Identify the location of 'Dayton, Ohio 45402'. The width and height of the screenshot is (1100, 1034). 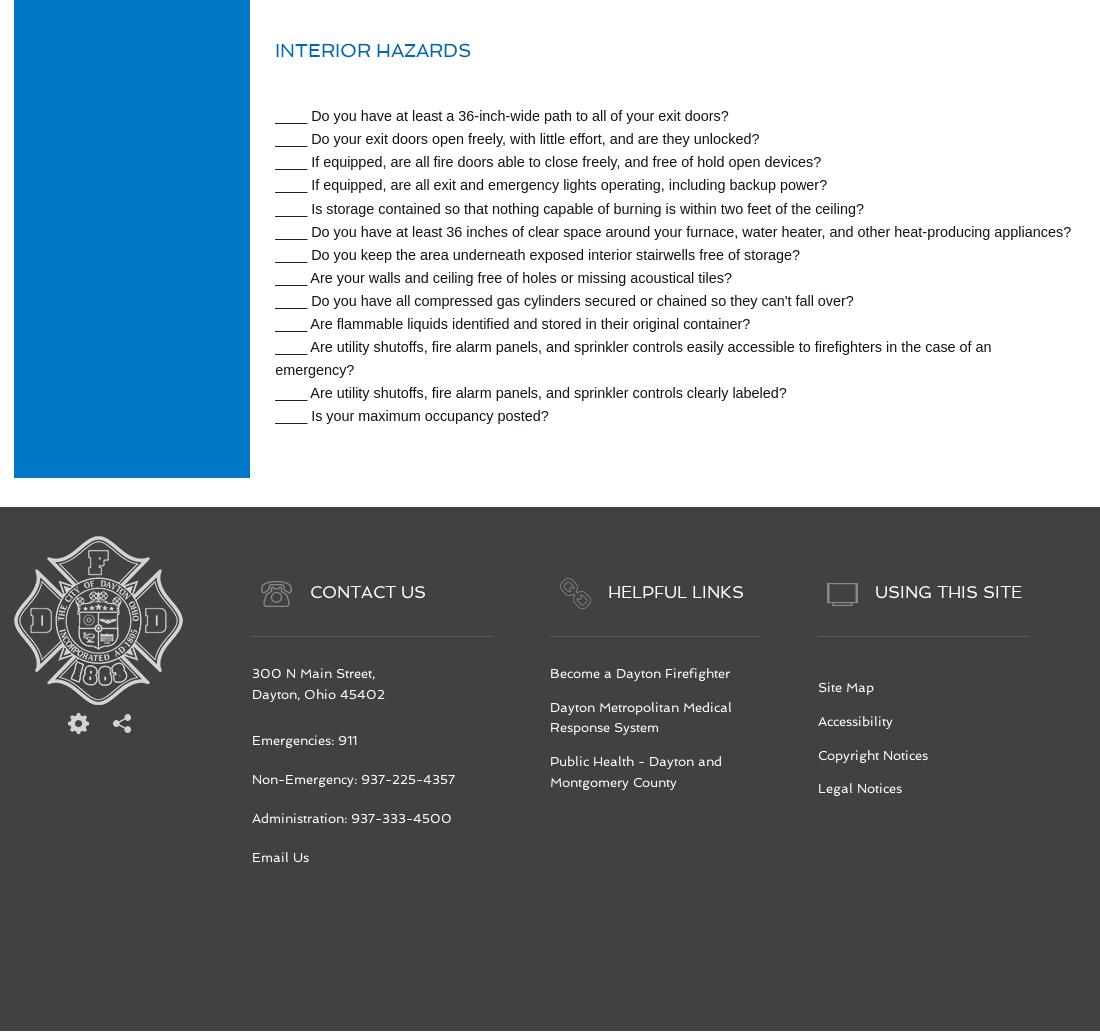
(316, 693).